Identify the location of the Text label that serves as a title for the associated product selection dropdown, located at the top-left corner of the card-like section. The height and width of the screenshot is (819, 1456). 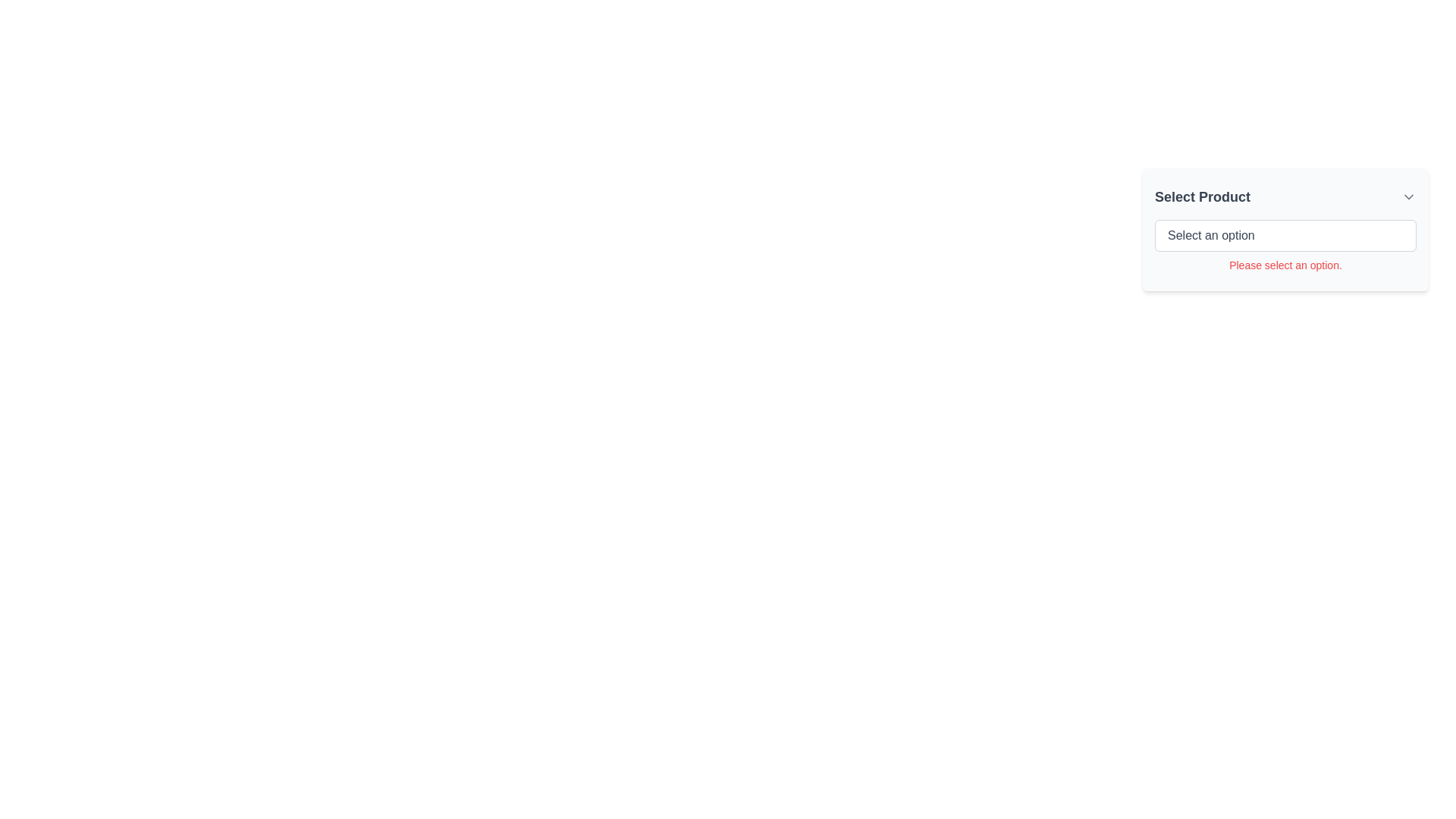
(1202, 196).